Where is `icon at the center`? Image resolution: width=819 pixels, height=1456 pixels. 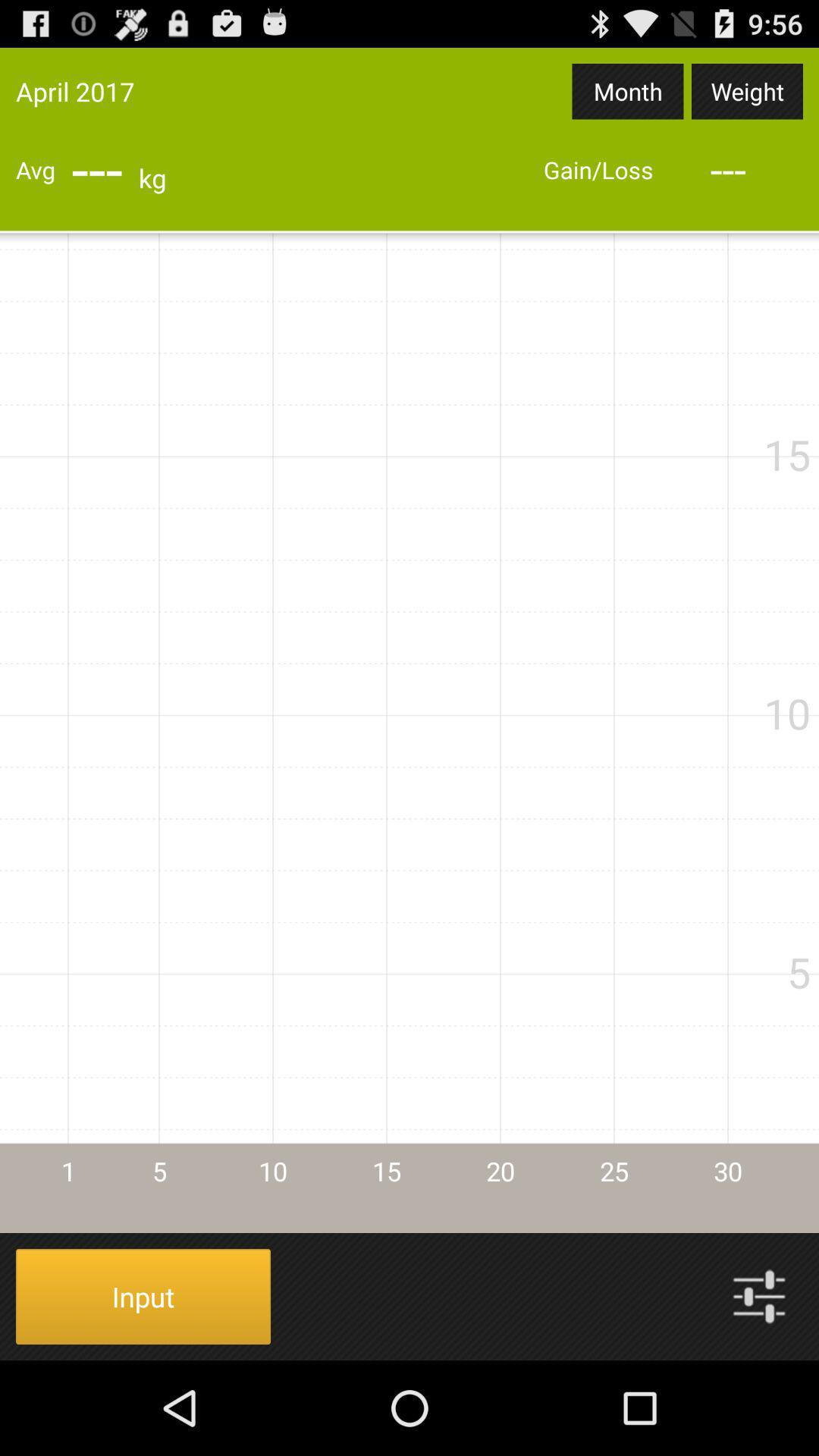
icon at the center is located at coordinates (409, 733).